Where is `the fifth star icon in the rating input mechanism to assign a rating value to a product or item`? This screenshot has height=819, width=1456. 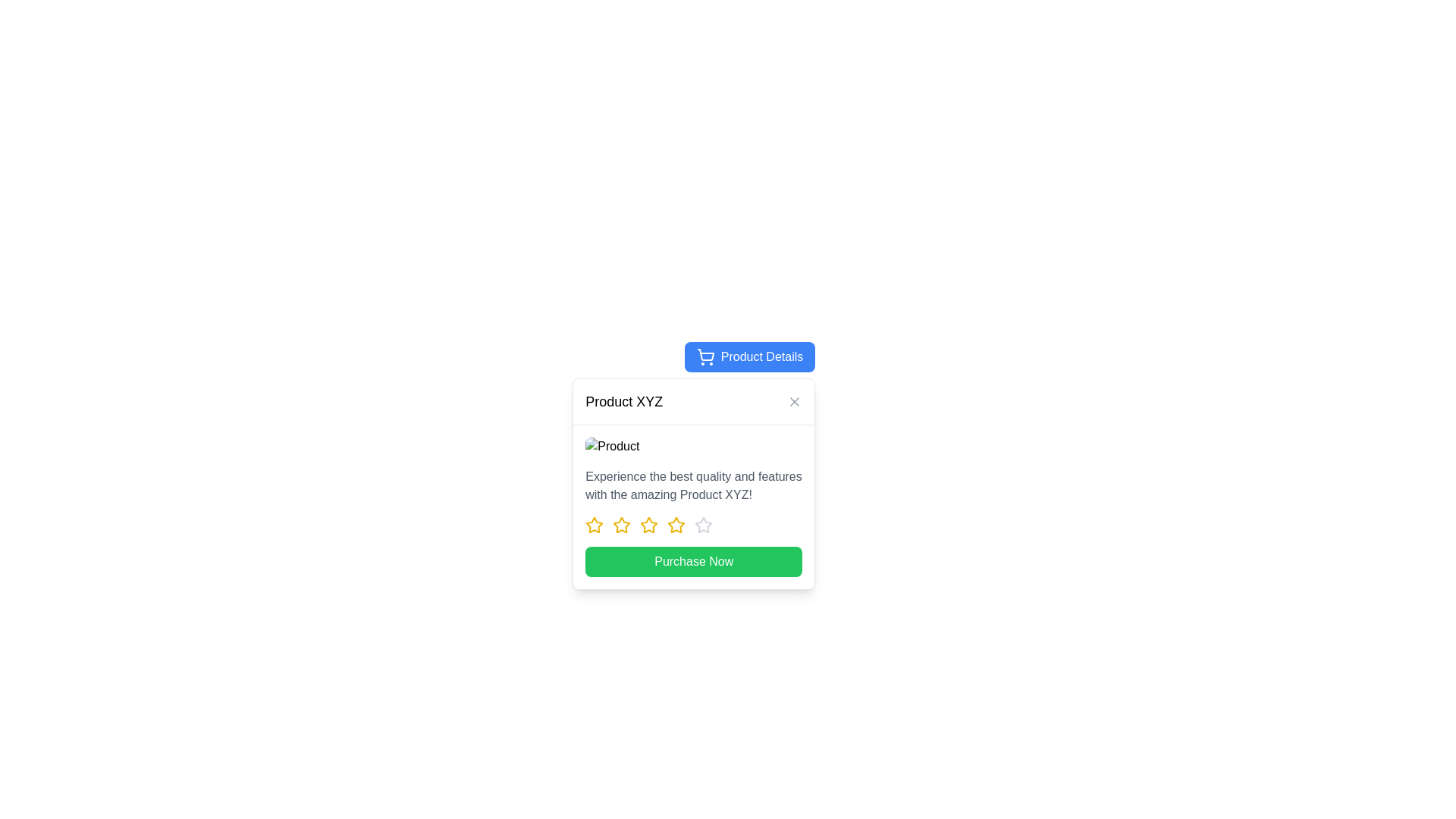 the fifth star icon in the rating input mechanism to assign a rating value to a product or item is located at coordinates (649, 525).